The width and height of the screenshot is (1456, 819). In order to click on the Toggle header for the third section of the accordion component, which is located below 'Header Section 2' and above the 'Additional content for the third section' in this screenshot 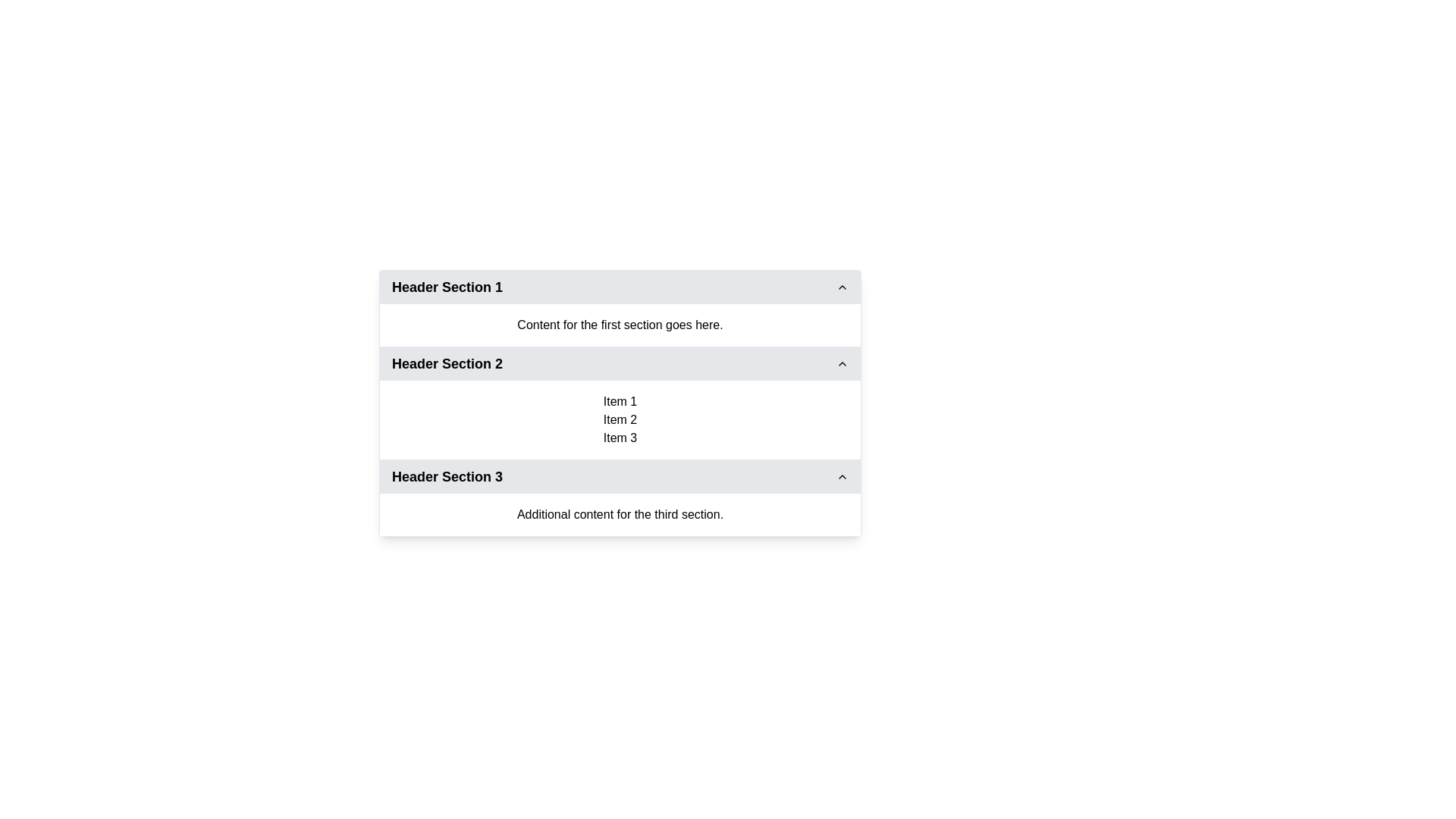, I will do `click(620, 475)`.